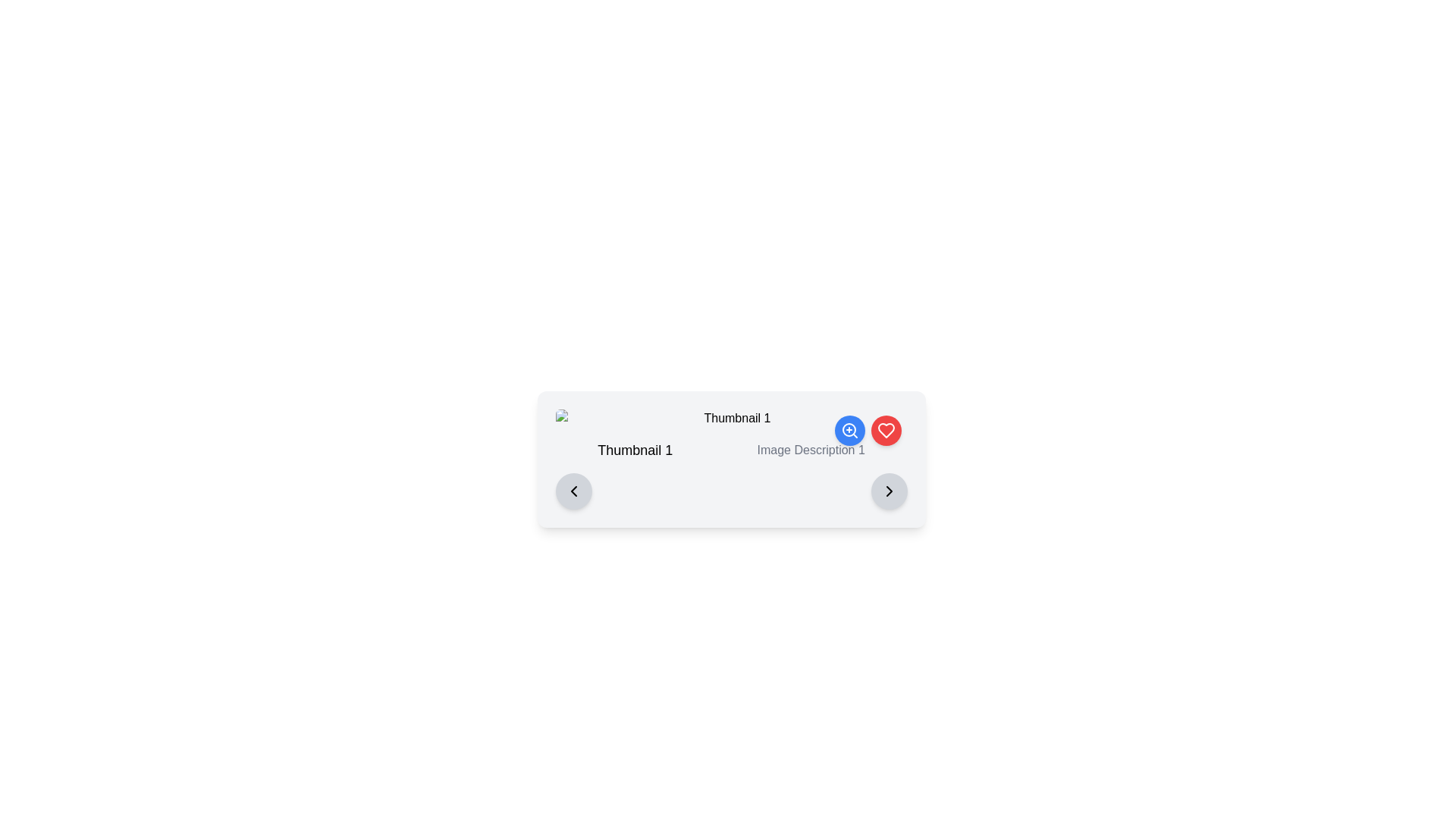 This screenshot has width=1456, height=819. What do you see at coordinates (889, 491) in the screenshot?
I see `the chevron icon inside the circular button located at the bottom-right edge of the card` at bounding box center [889, 491].